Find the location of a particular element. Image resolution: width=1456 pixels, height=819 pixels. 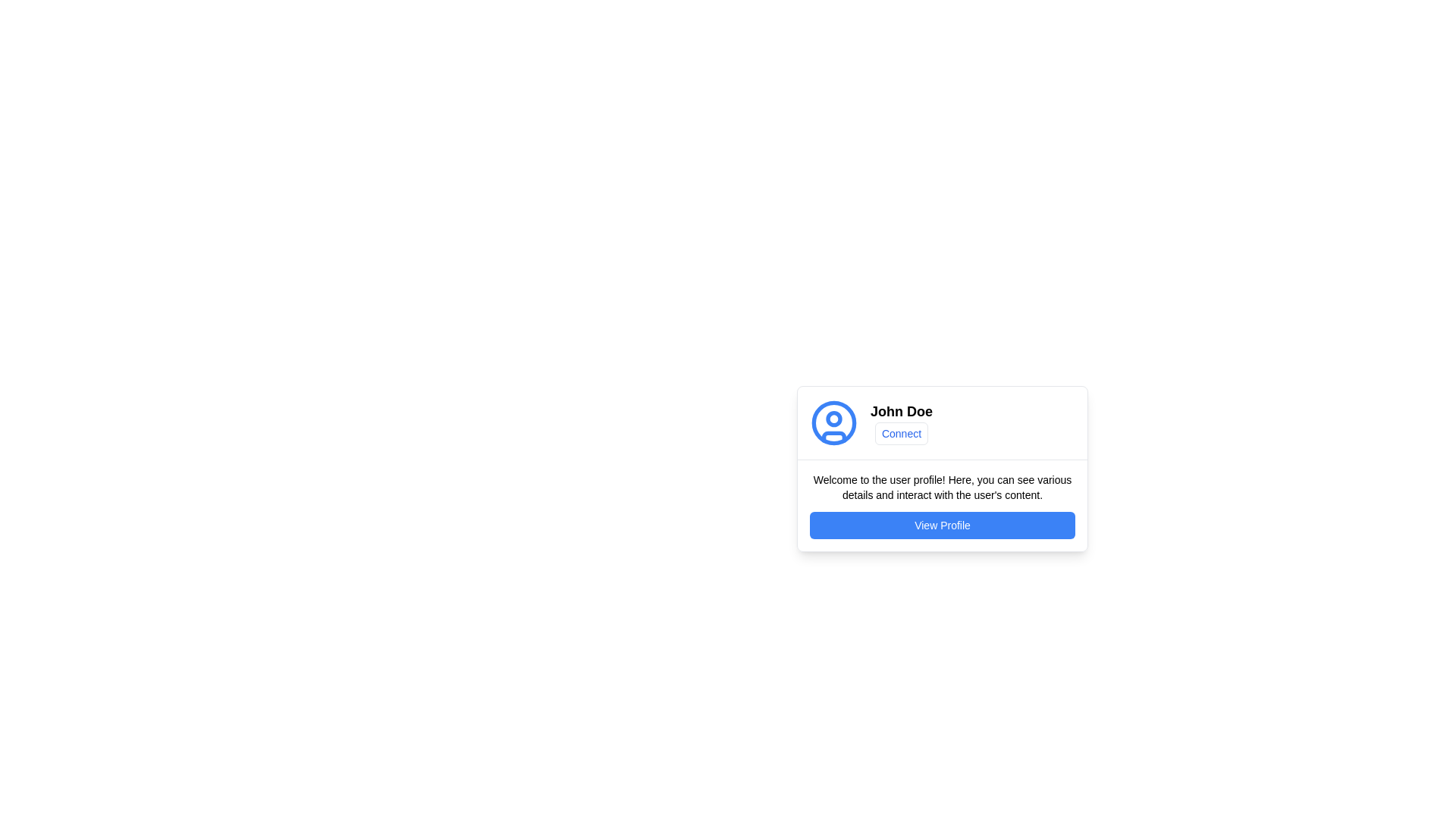

the button located in the lower section of the user profile card is located at coordinates (942, 525).